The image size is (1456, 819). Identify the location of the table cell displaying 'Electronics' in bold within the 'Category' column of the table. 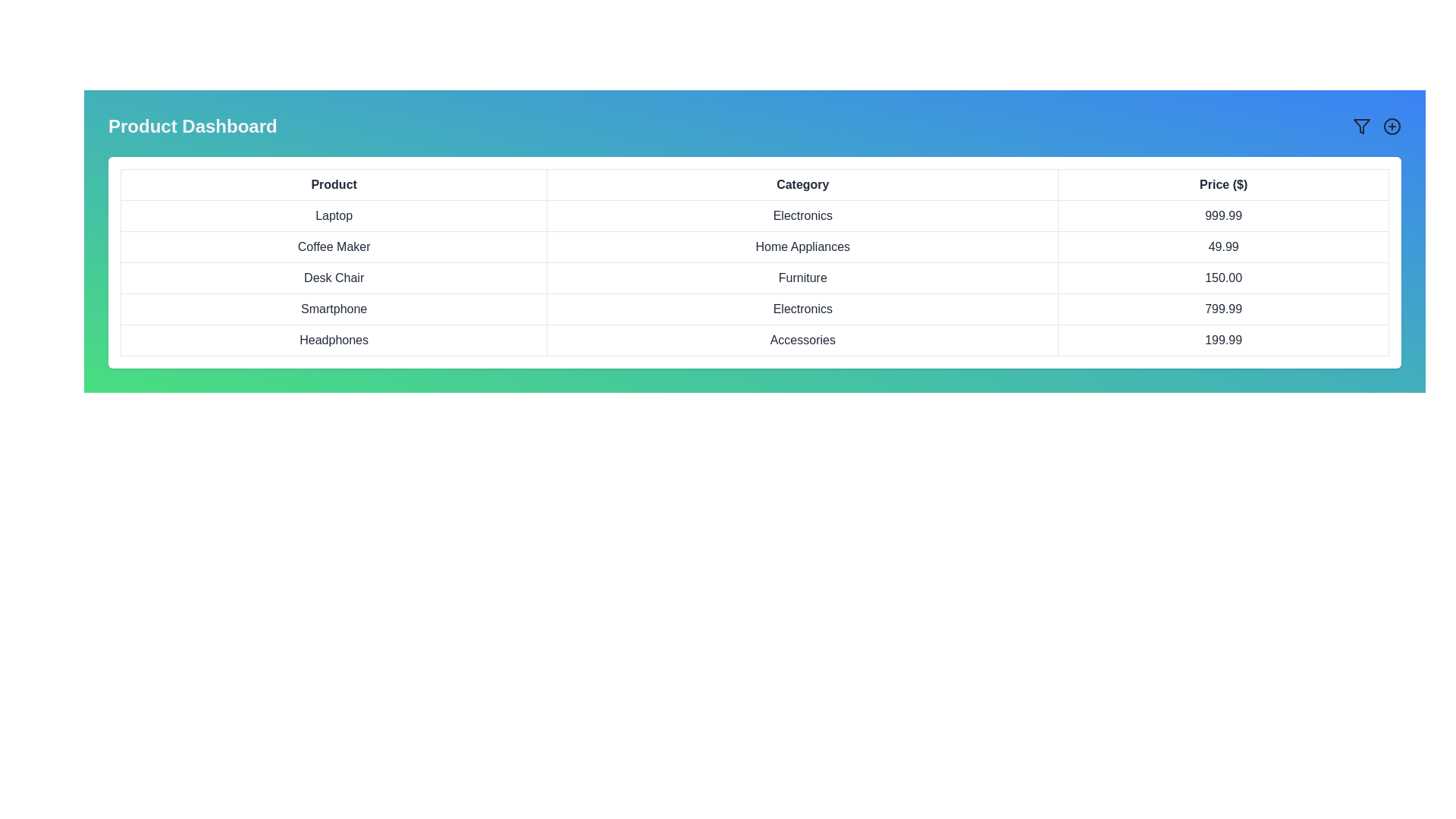
(802, 216).